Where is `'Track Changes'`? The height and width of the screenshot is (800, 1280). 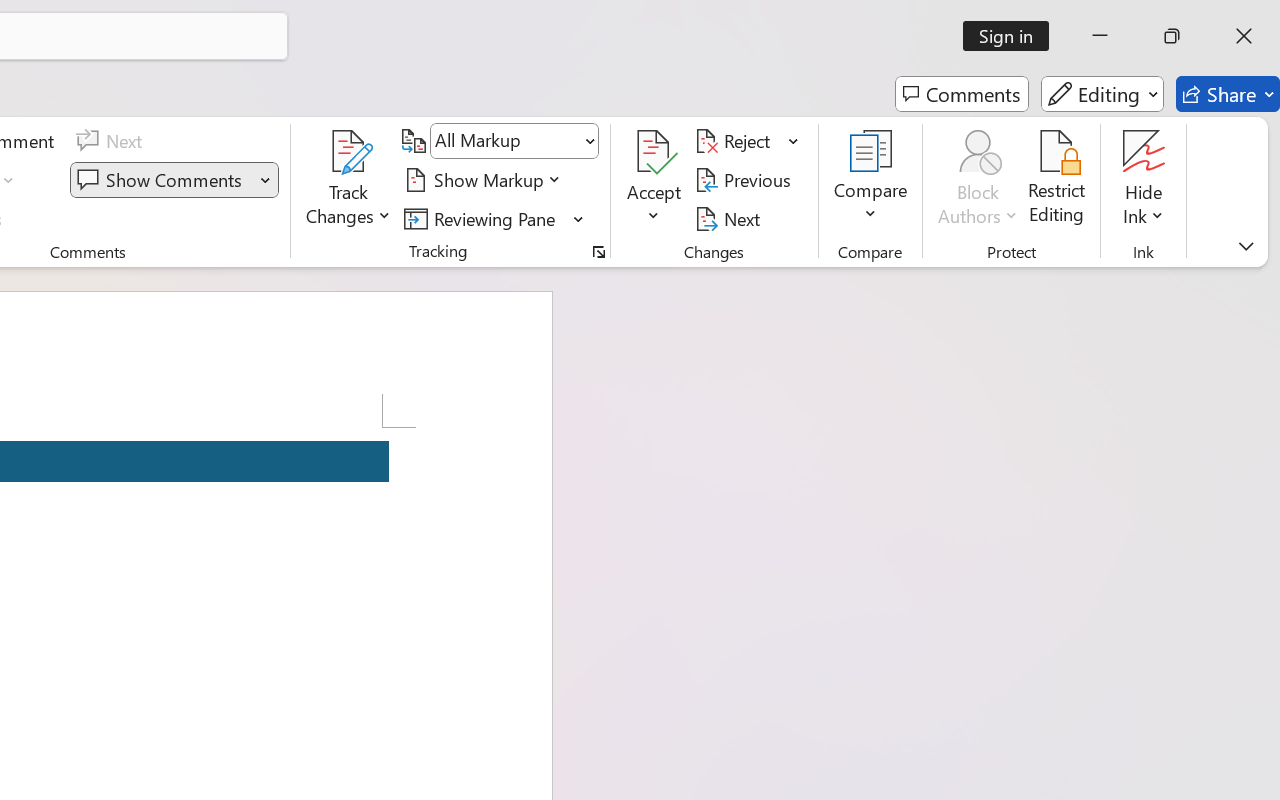
'Track Changes' is located at coordinates (349, 179).